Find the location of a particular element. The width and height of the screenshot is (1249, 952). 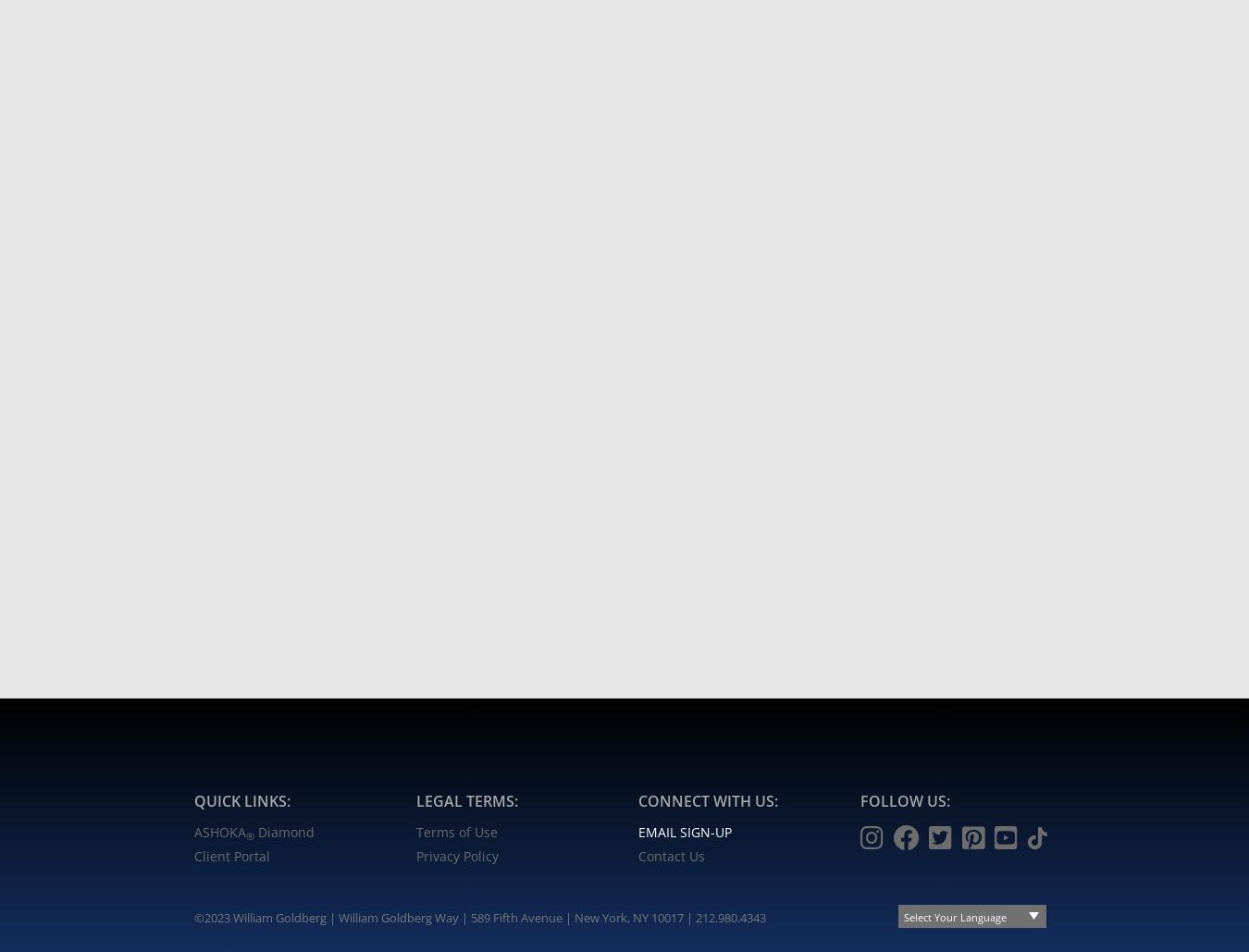

'LEGAL TERMS:' is located at coordinates (466, 798).